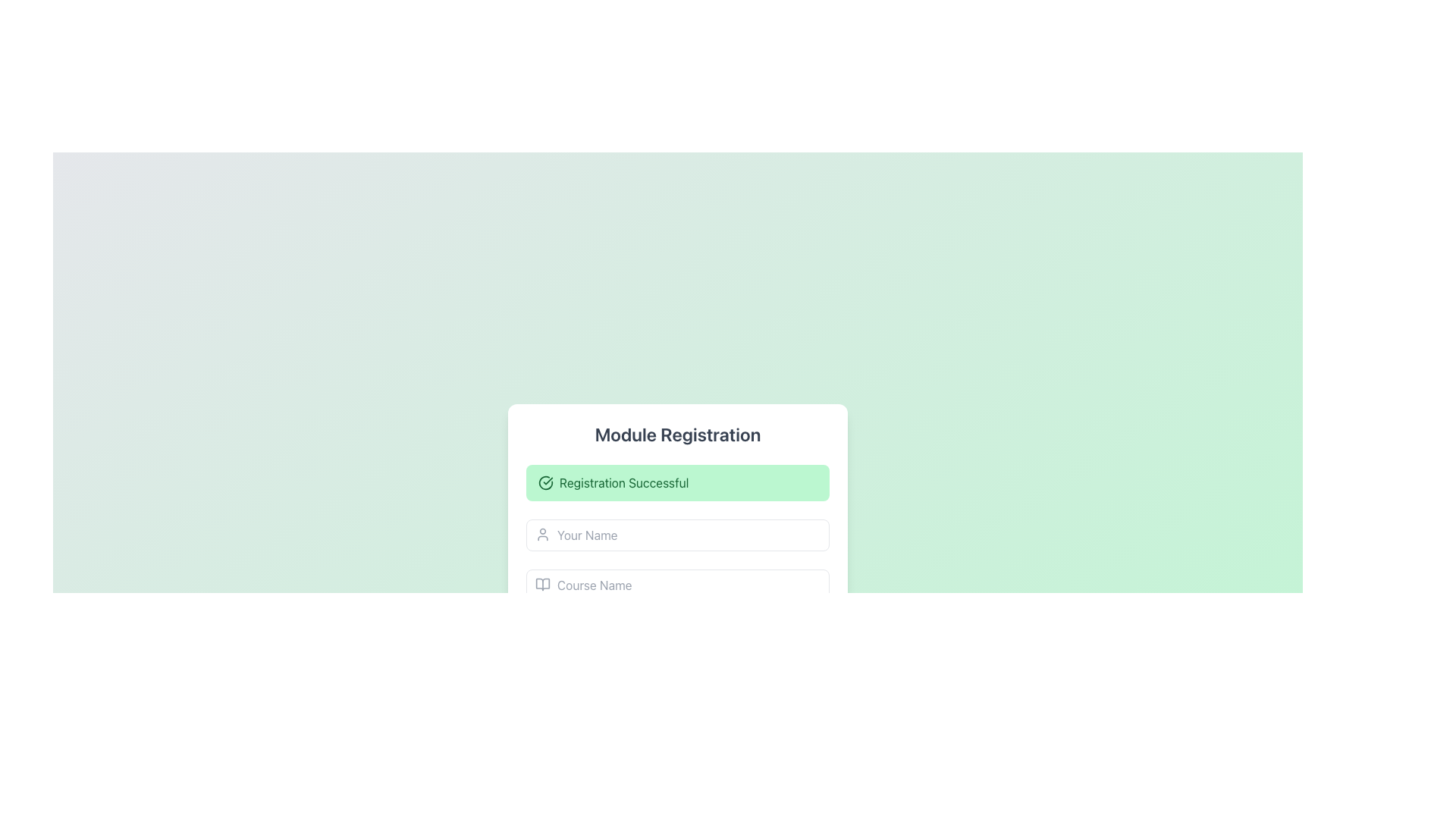  I want to click on the open book icon located within the 'Course Name' input field, positioned at the left-most part of the box, so click(542, 584).